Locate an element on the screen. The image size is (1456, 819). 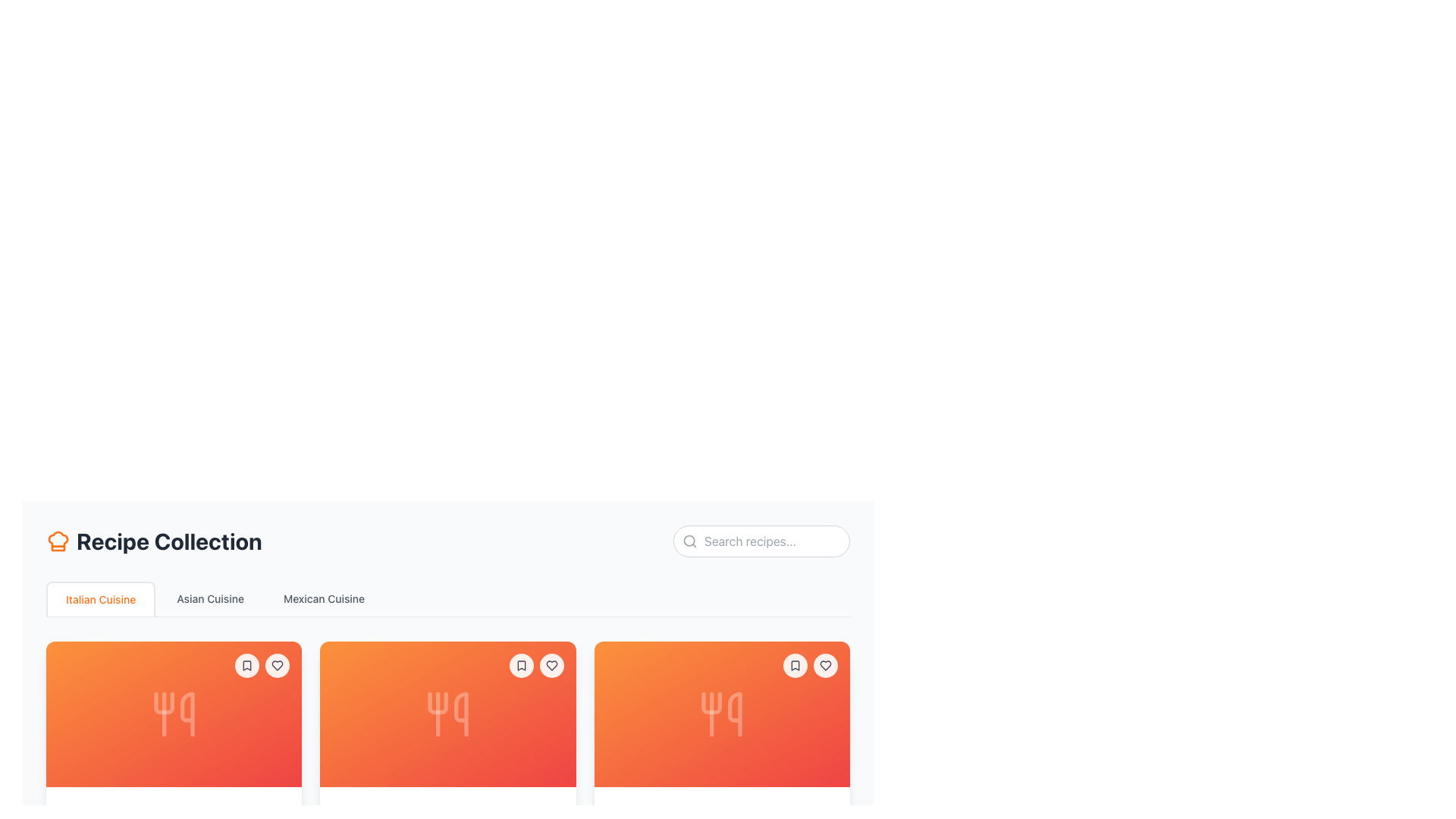
the heart icon on the right circular button within the button group located in the top-right corner of the first orange gradient box in the 'Italian Cuisine' section is located at coordinates (262, 665).